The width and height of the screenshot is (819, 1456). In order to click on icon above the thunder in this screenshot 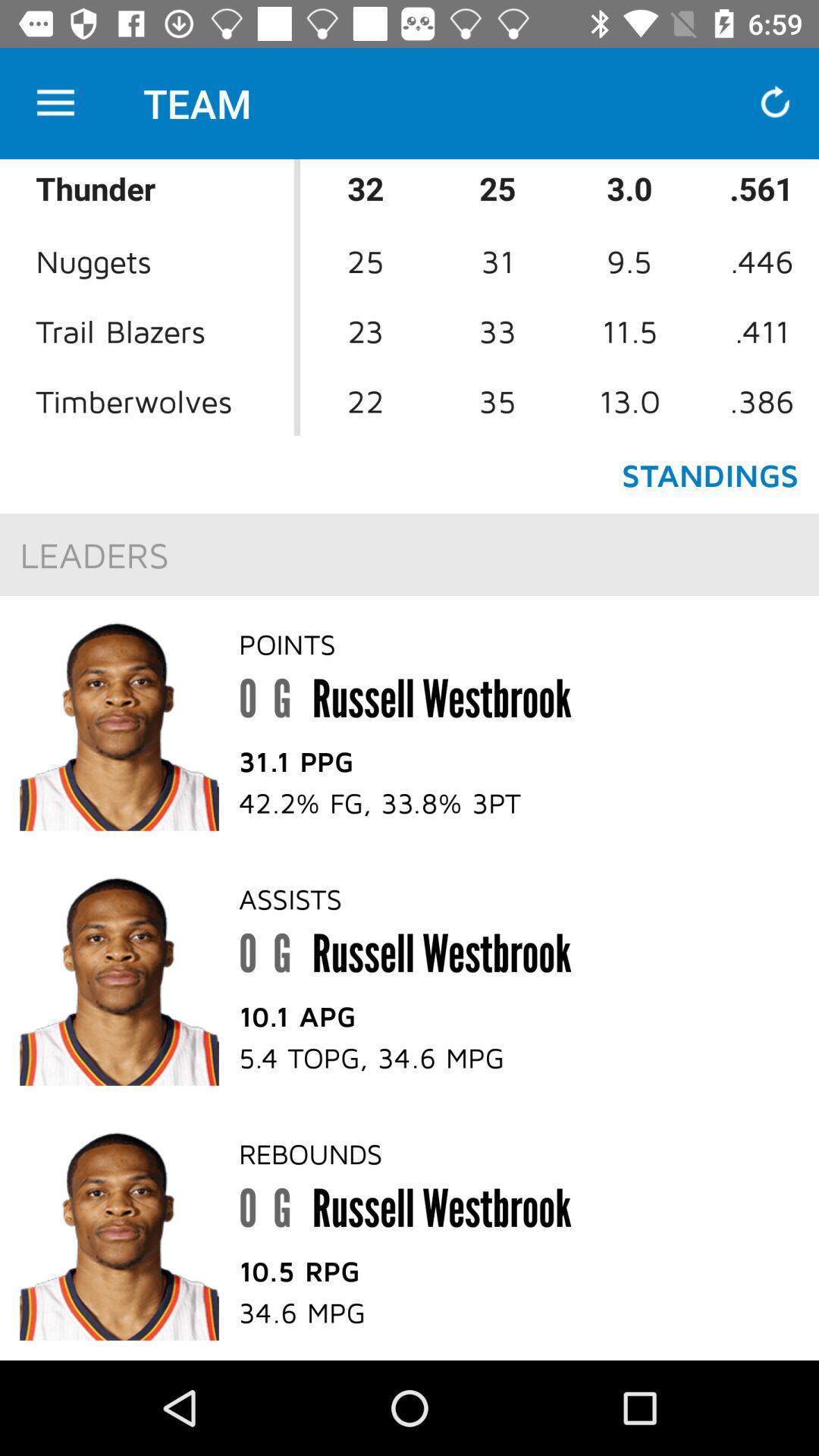, I will do `click(55, 102)`.